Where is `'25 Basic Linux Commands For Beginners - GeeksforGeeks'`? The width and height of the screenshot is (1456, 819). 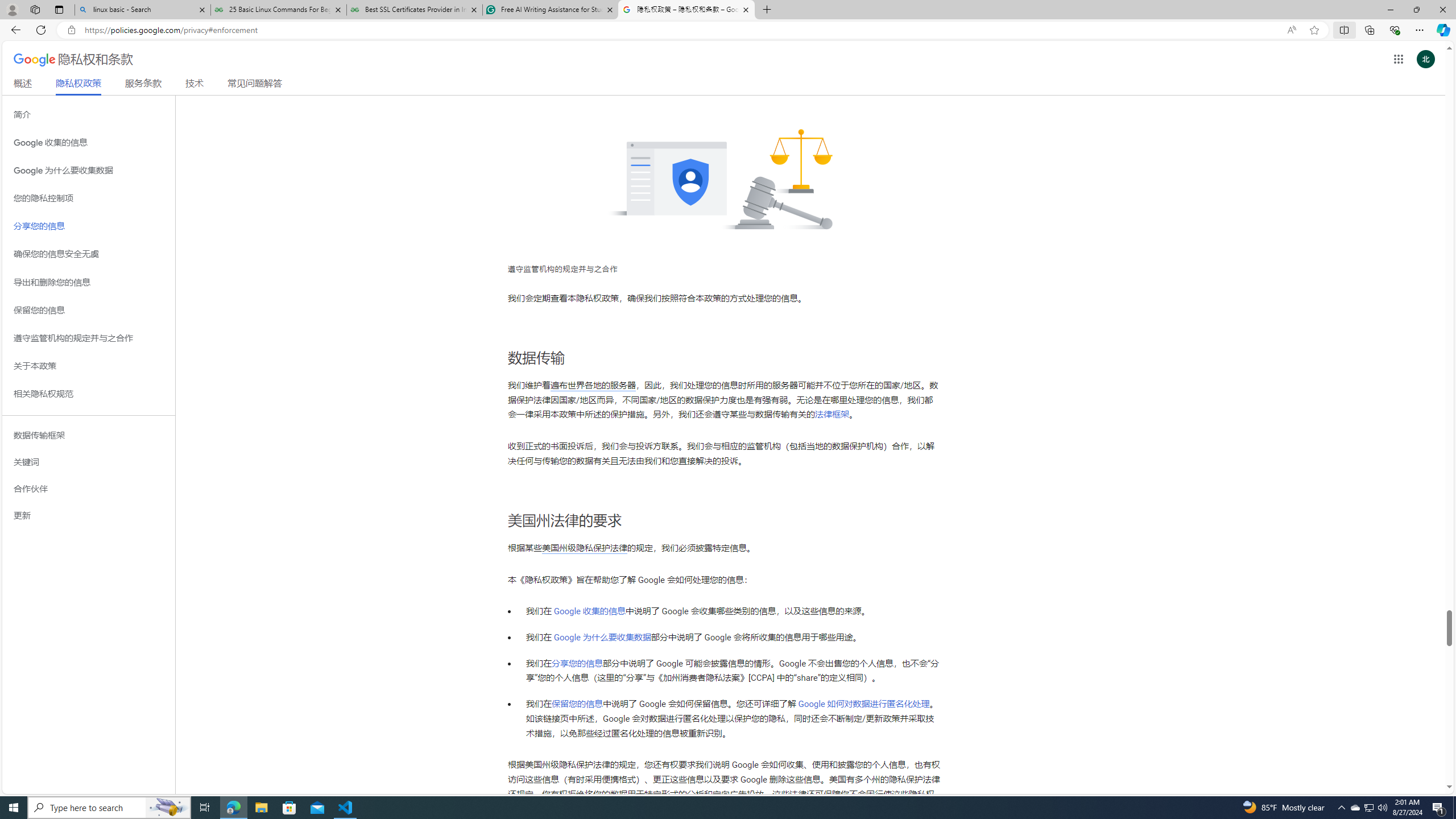
'25 Basic Linux Commands For Beginners - GeeksforGeeks' is located at coordinates (278, 9).